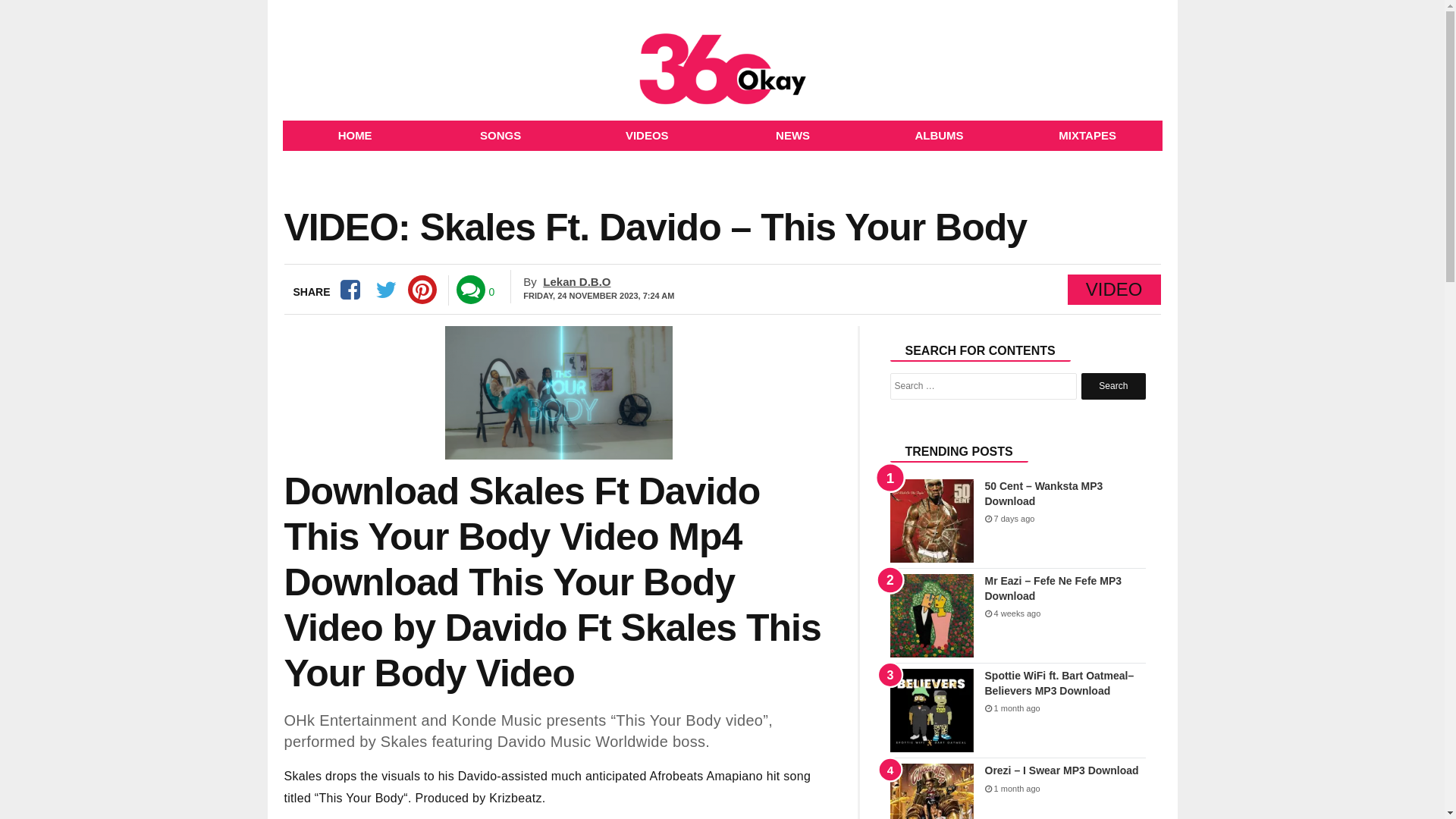  I want to click on 'HOME', so click(353, 134).